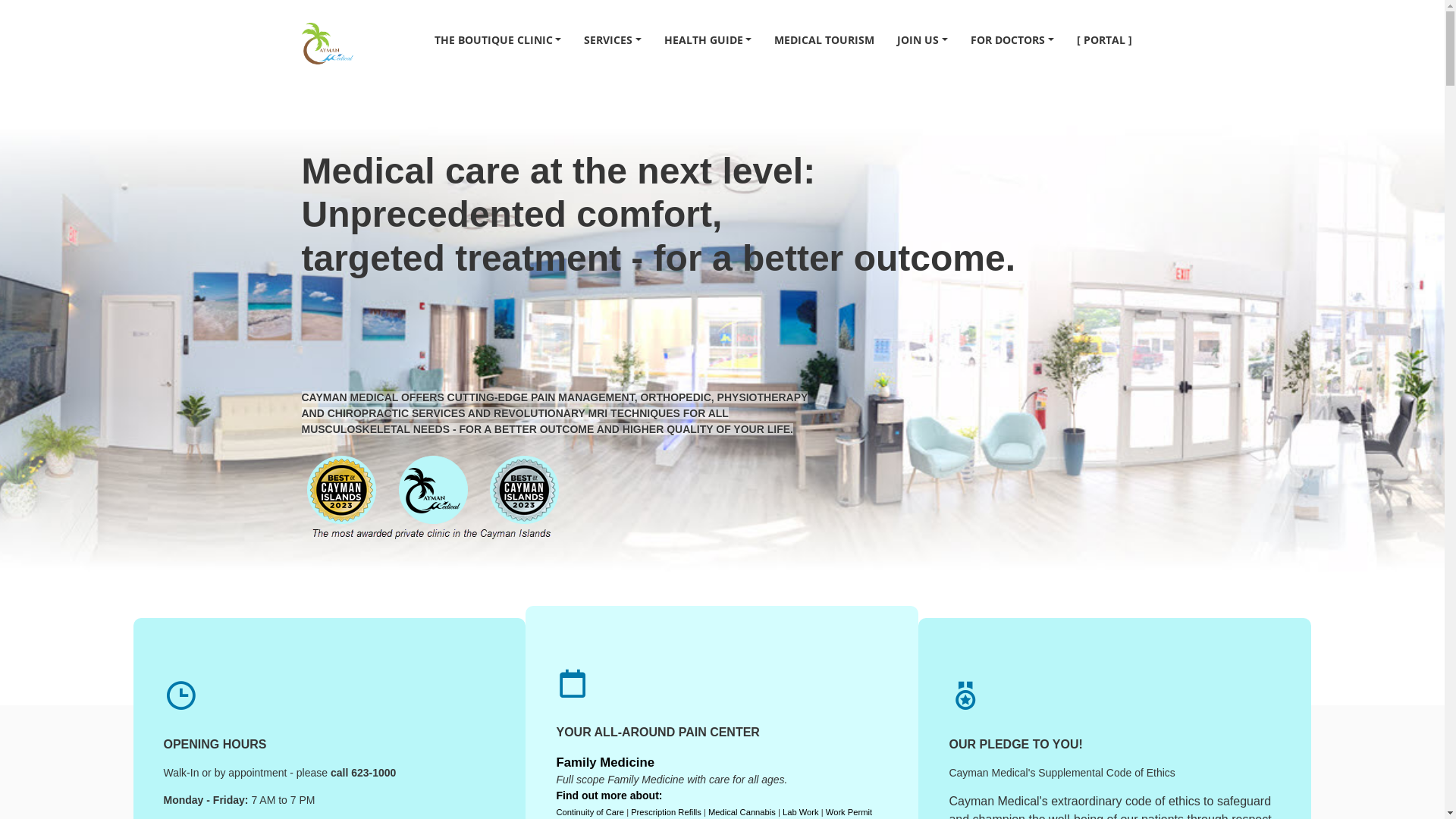 The width and height of the screenshot is (1456, 819). I want to click on 'HEALTH GUIDE', so click(708, 39).